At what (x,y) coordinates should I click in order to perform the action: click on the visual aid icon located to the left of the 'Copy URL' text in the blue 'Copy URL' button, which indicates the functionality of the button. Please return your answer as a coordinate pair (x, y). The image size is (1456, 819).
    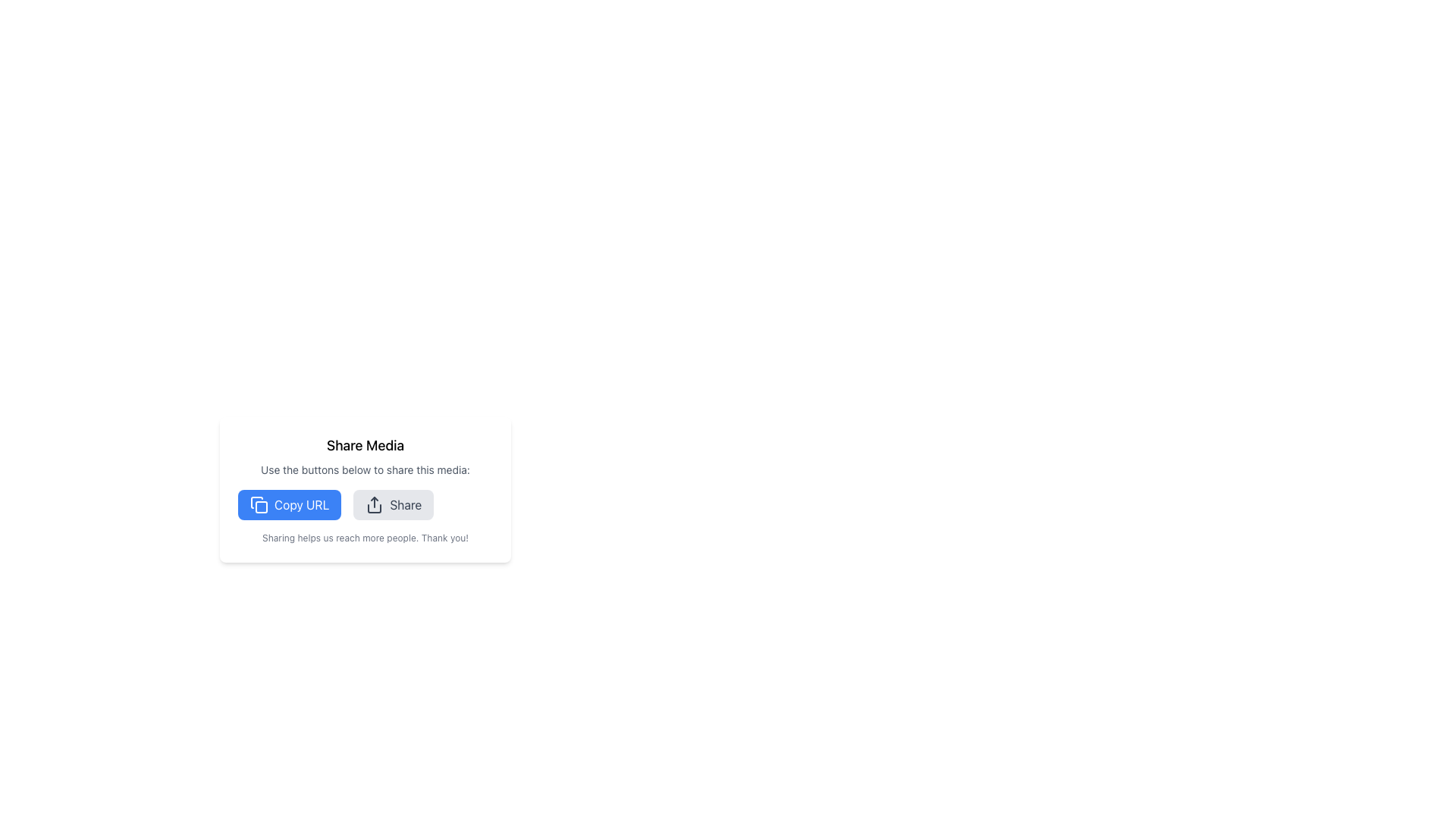
    Looking at the image, I should click on (259, 505).